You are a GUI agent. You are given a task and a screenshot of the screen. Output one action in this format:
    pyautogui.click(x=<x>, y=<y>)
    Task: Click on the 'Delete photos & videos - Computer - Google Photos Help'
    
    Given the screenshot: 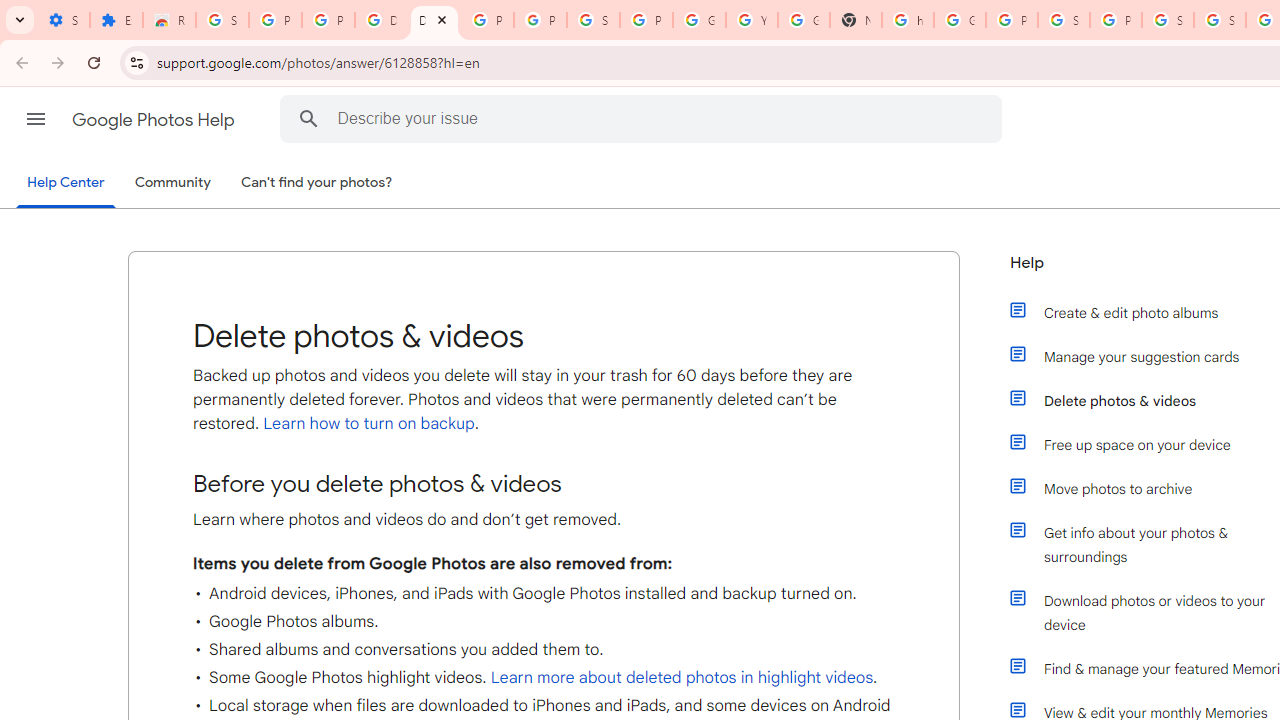 What is the action you would take?
    pyautogui.click(x=381, y=20)
    